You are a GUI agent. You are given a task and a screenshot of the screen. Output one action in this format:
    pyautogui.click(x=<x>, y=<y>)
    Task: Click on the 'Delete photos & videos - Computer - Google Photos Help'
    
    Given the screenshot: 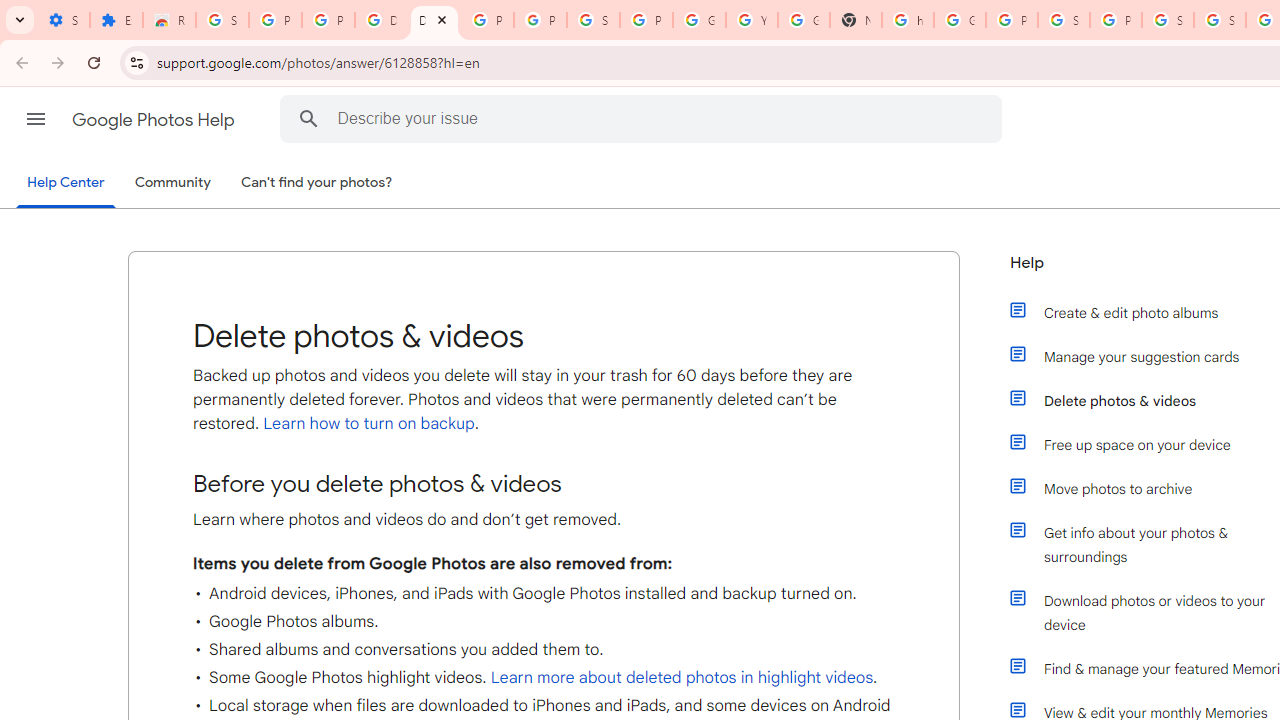 What is the action you would take?
    pyautogui.click(x=381, y=20)
    